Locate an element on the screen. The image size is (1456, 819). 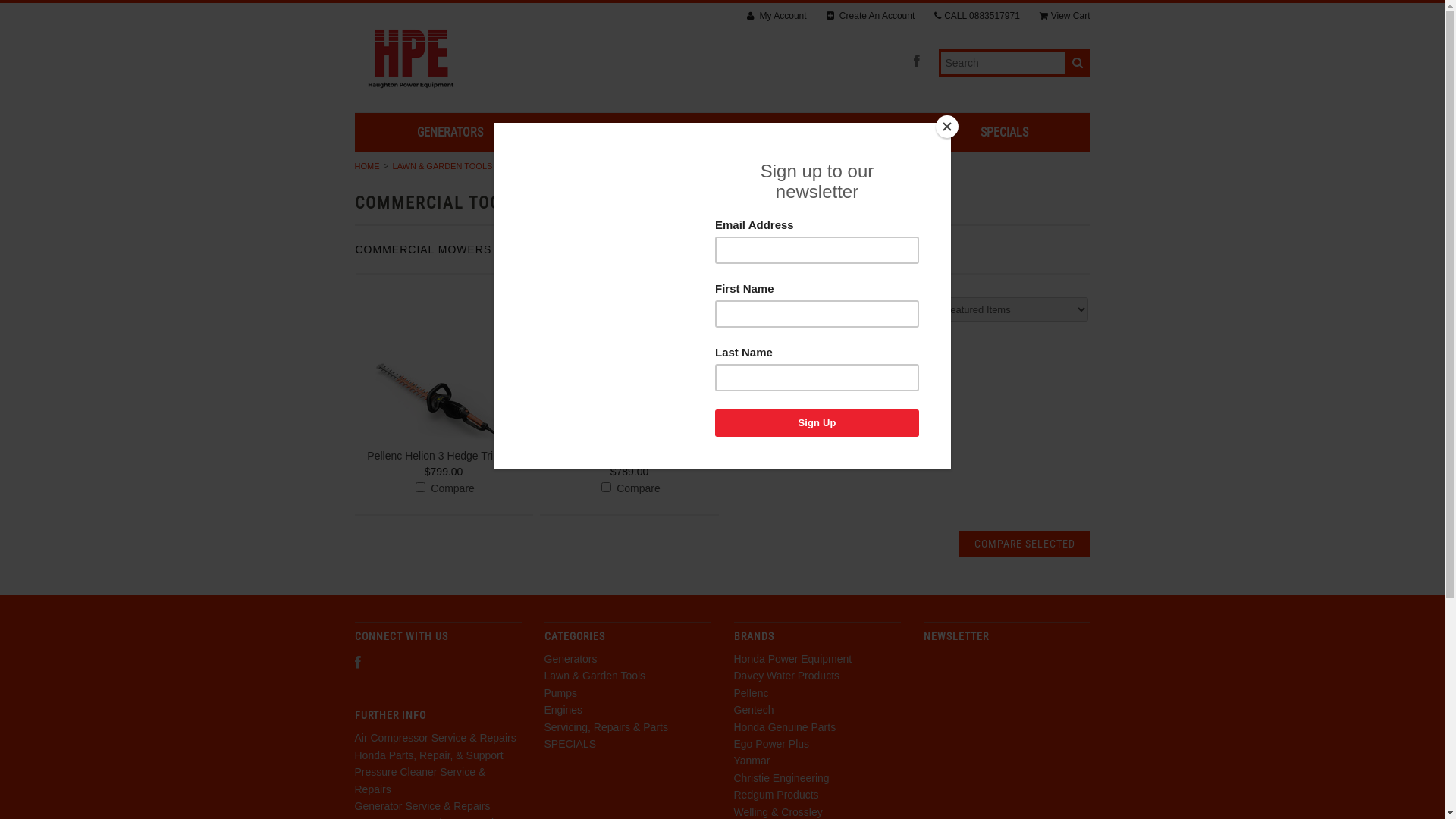
'Pellenc' is located at coordinates (751, 693).